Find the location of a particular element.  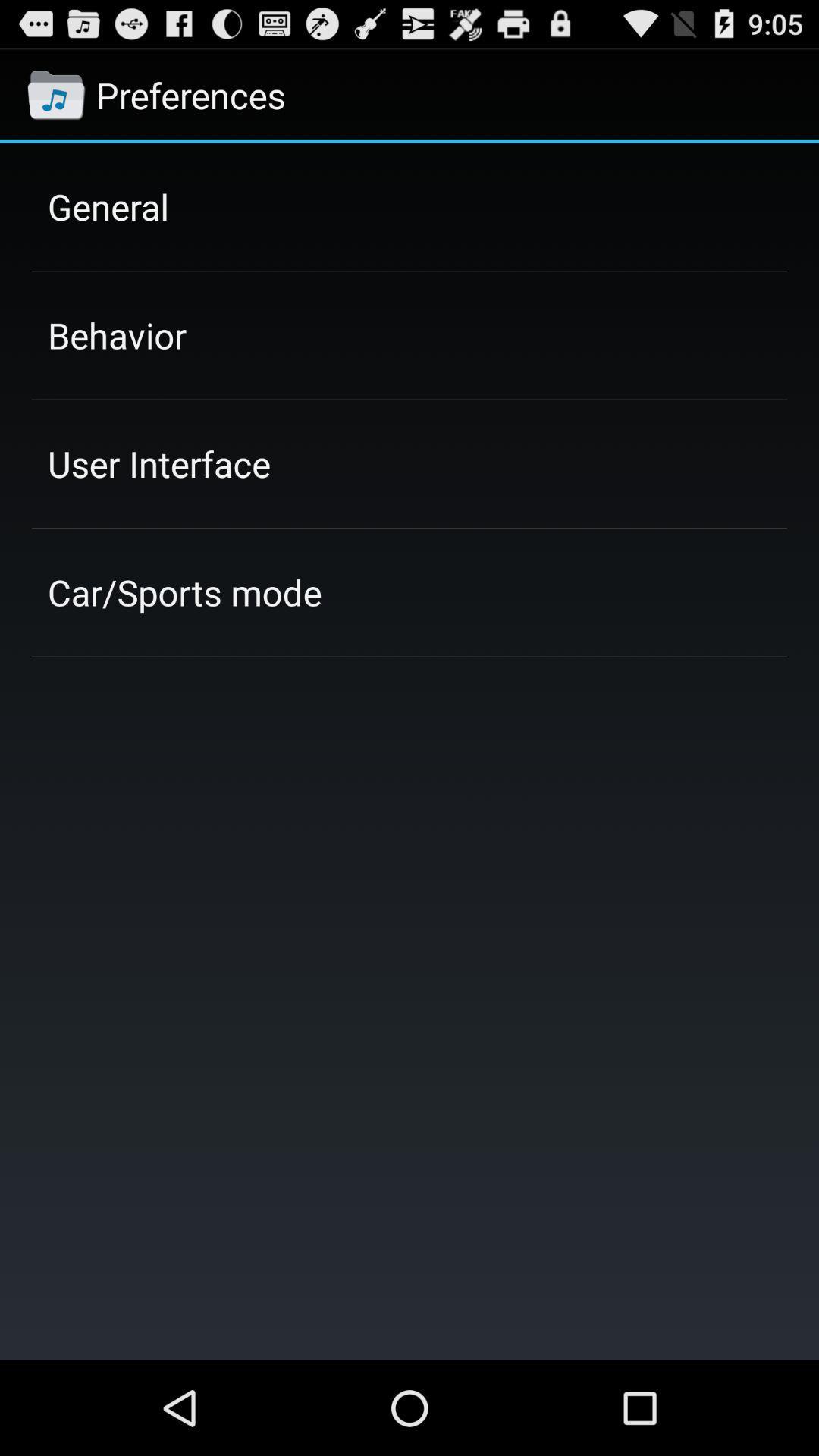

car/sports mode icon is located at coordinates (184, 591).